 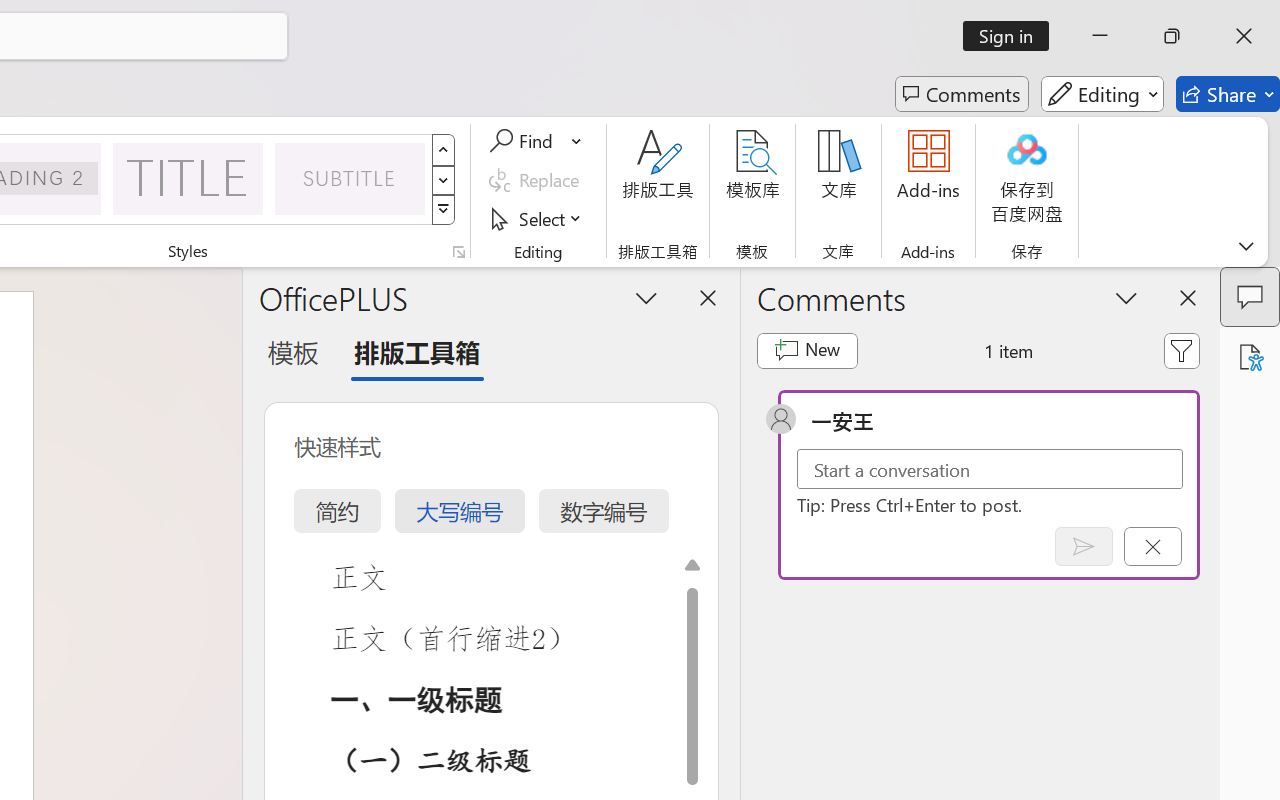 I want to click on 'Sign in', so click(x=1013, y=35).